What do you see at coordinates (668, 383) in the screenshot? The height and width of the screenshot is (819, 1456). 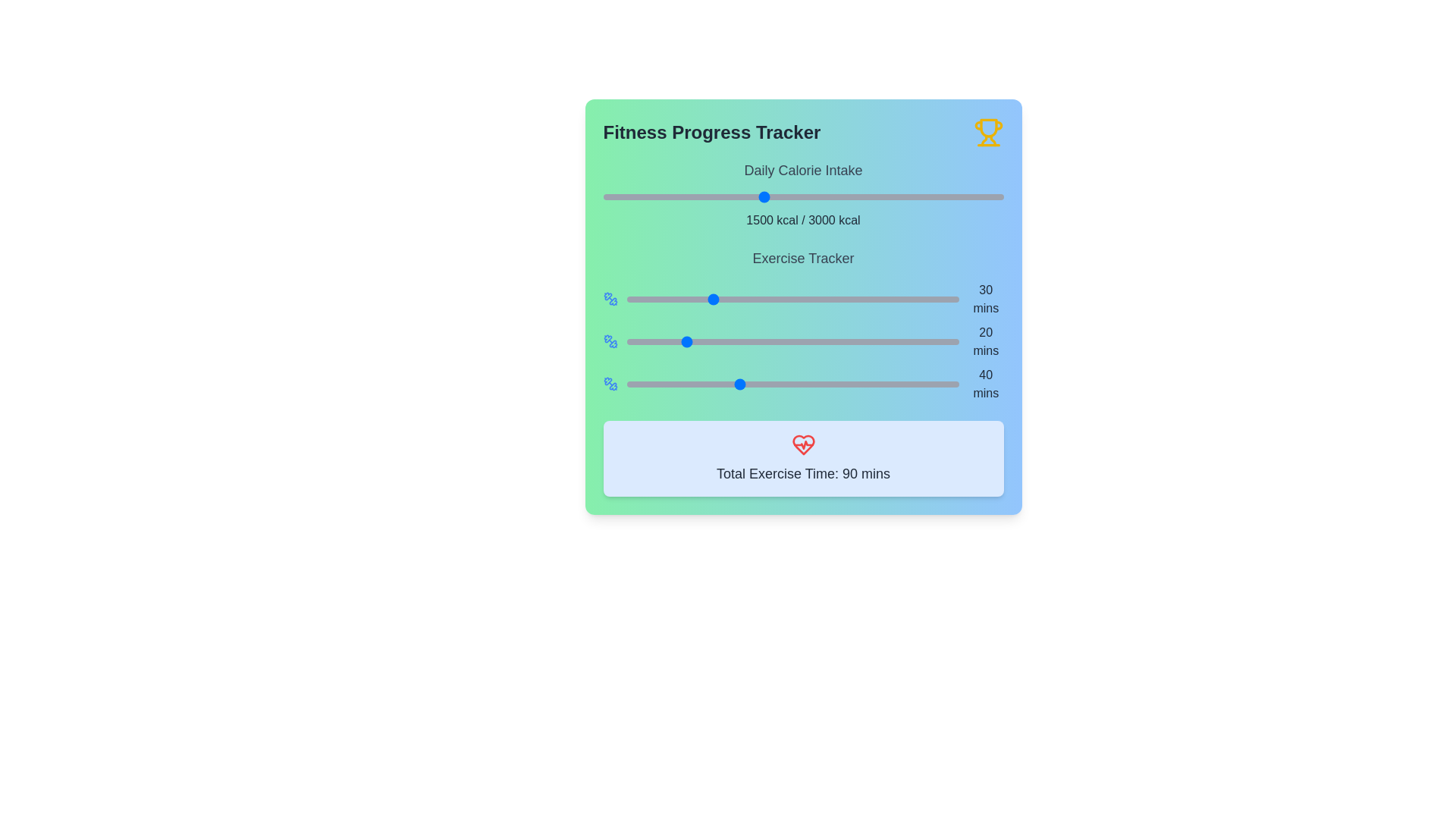 I see `the exercise time` at bounding box center [668, 383].